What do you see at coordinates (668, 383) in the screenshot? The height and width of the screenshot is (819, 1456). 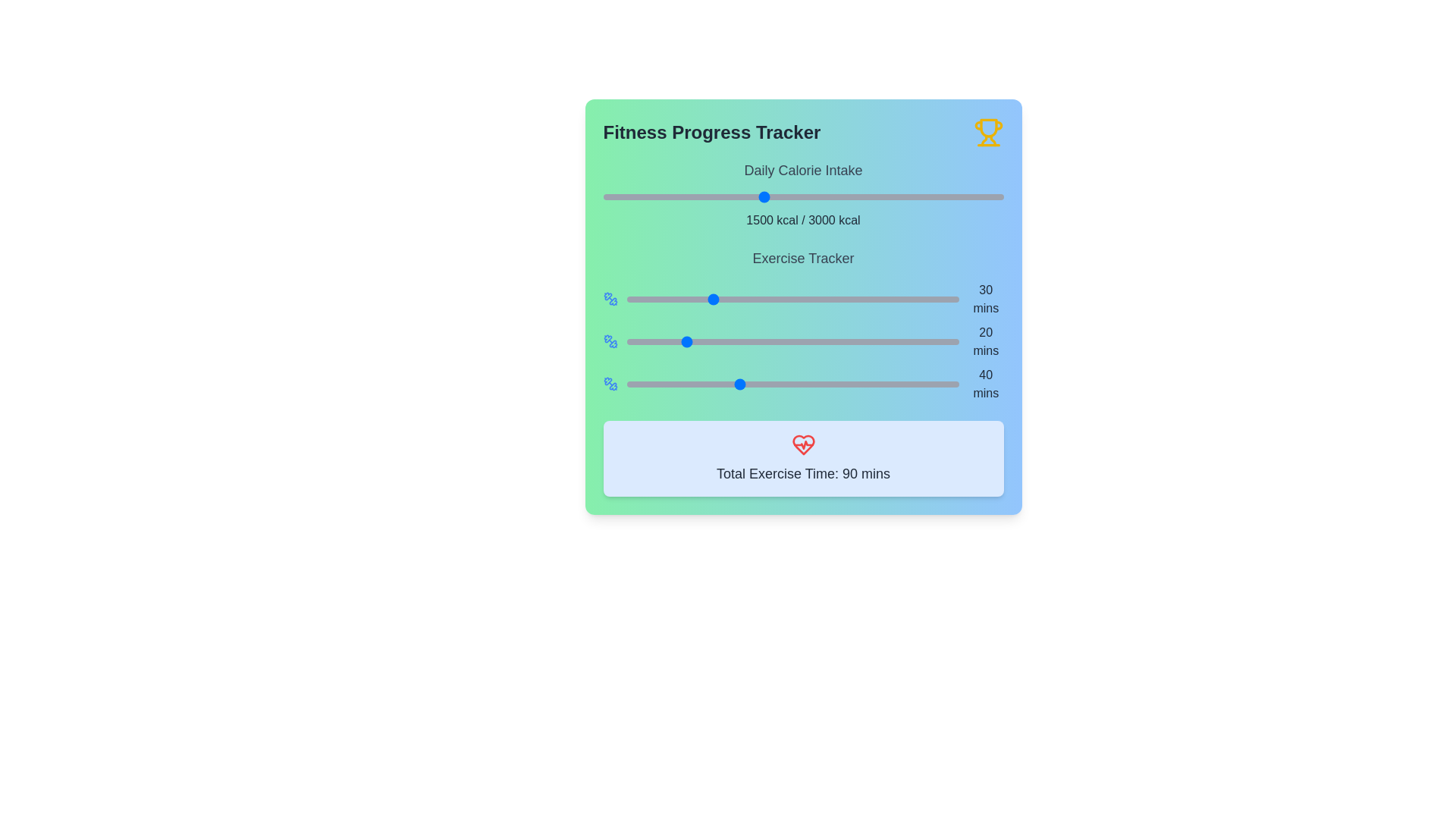 I see `the exercise time` at bounding box center [668, 383].